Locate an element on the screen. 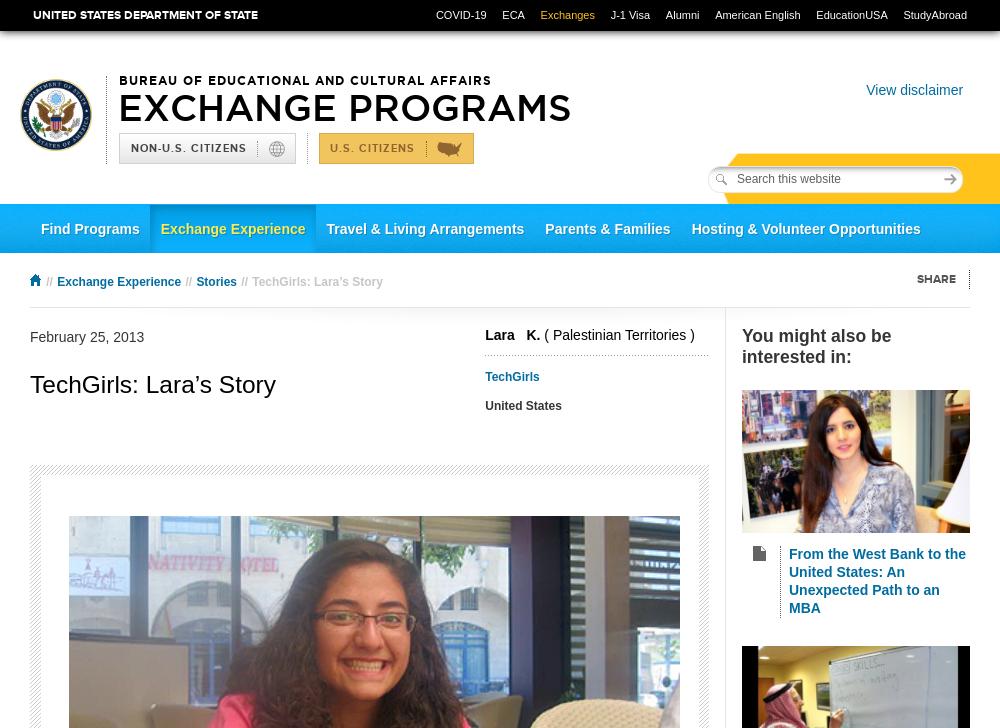 This screenshot has height=728, width=1000. 'Hosting & Volunteer Opportunities' is located at coordinates (690, 228).